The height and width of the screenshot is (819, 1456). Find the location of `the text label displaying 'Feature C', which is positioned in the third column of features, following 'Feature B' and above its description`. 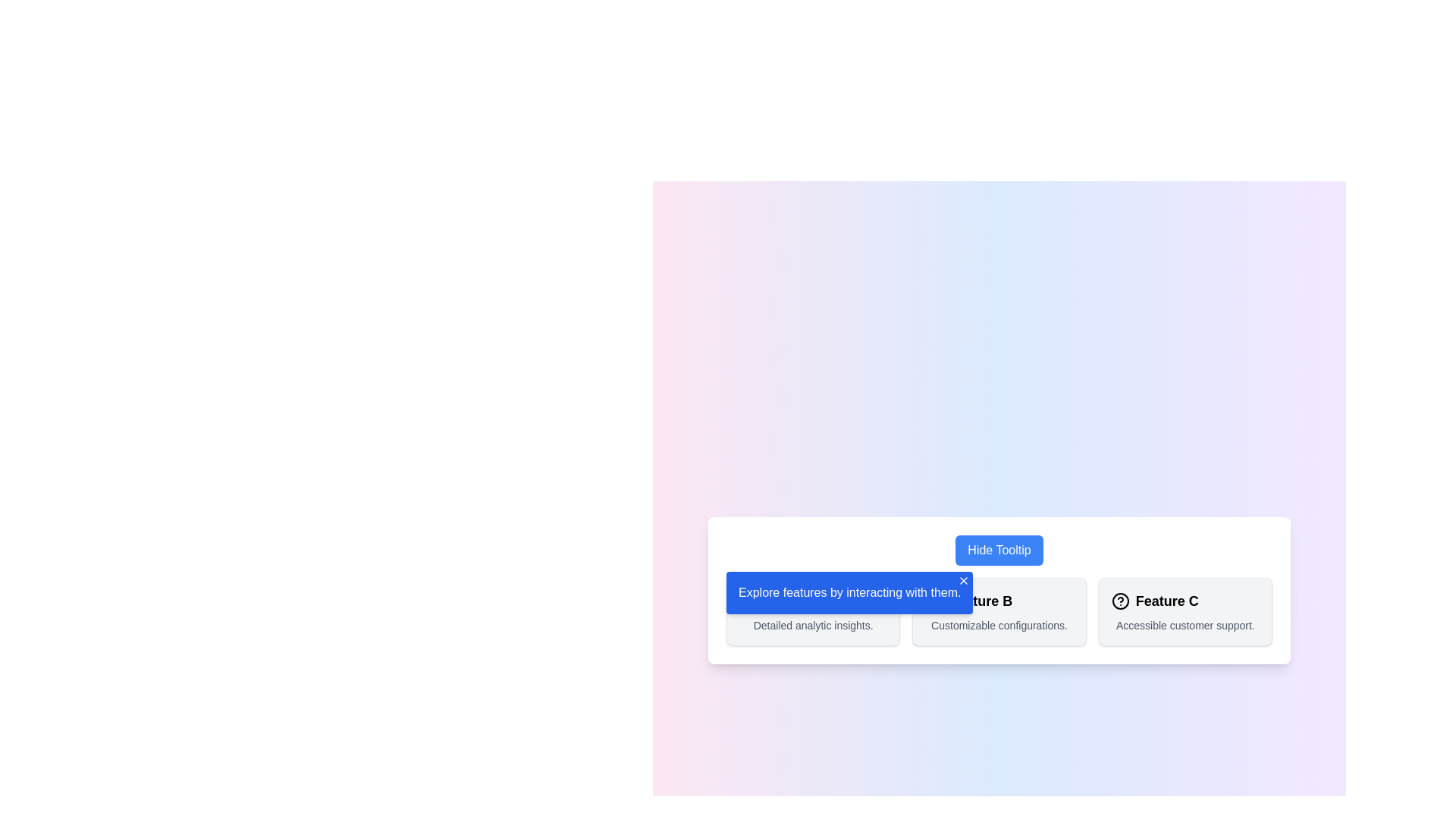

the text label displaying 'Feature C', which is positioned in the third column of features, following 'Feature B' and above its description is located at coordinates (1166, 601).